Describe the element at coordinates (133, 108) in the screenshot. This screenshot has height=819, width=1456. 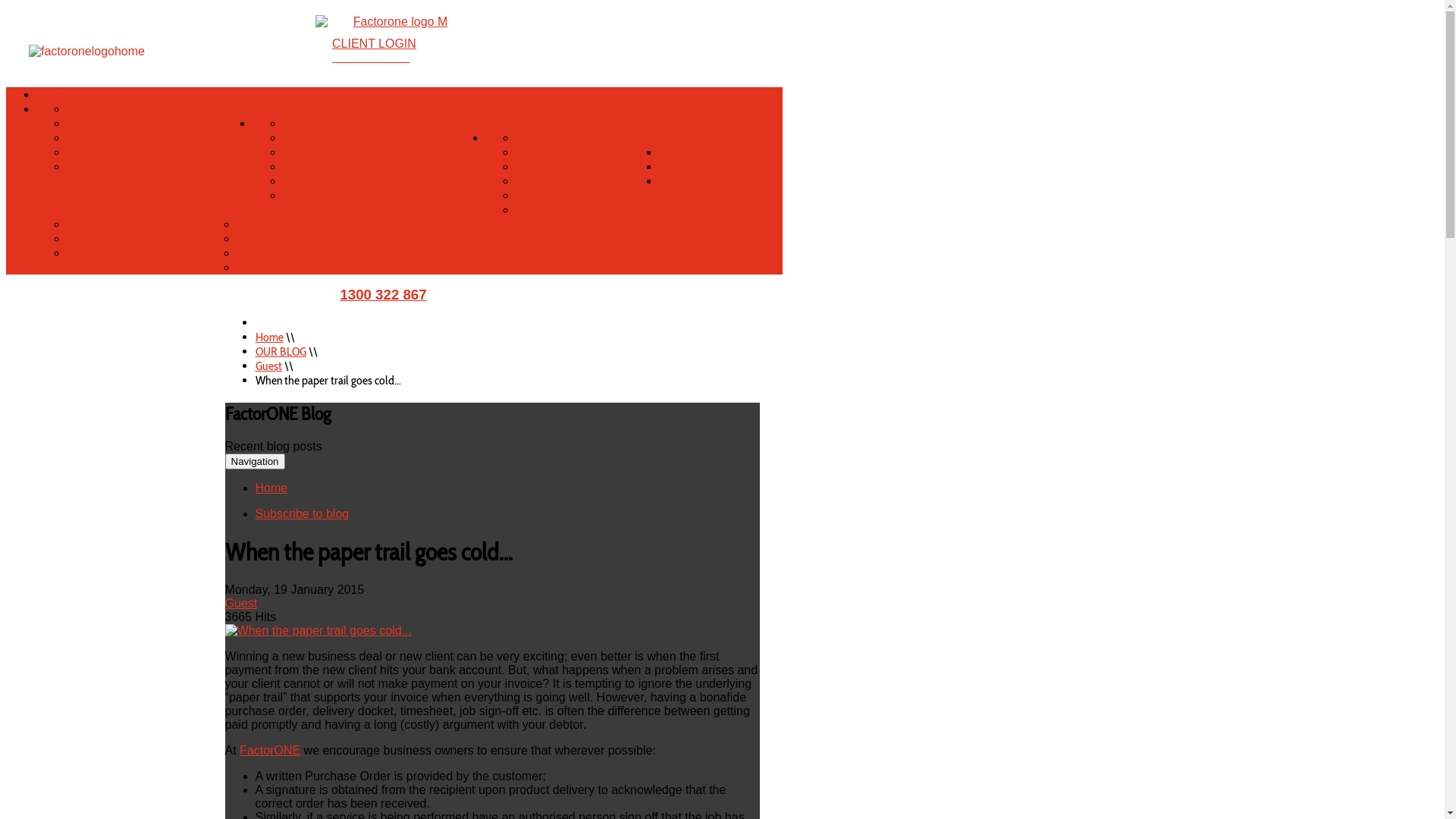
I see `'WHAT IS INVOICE FINANCE?'` at that location.